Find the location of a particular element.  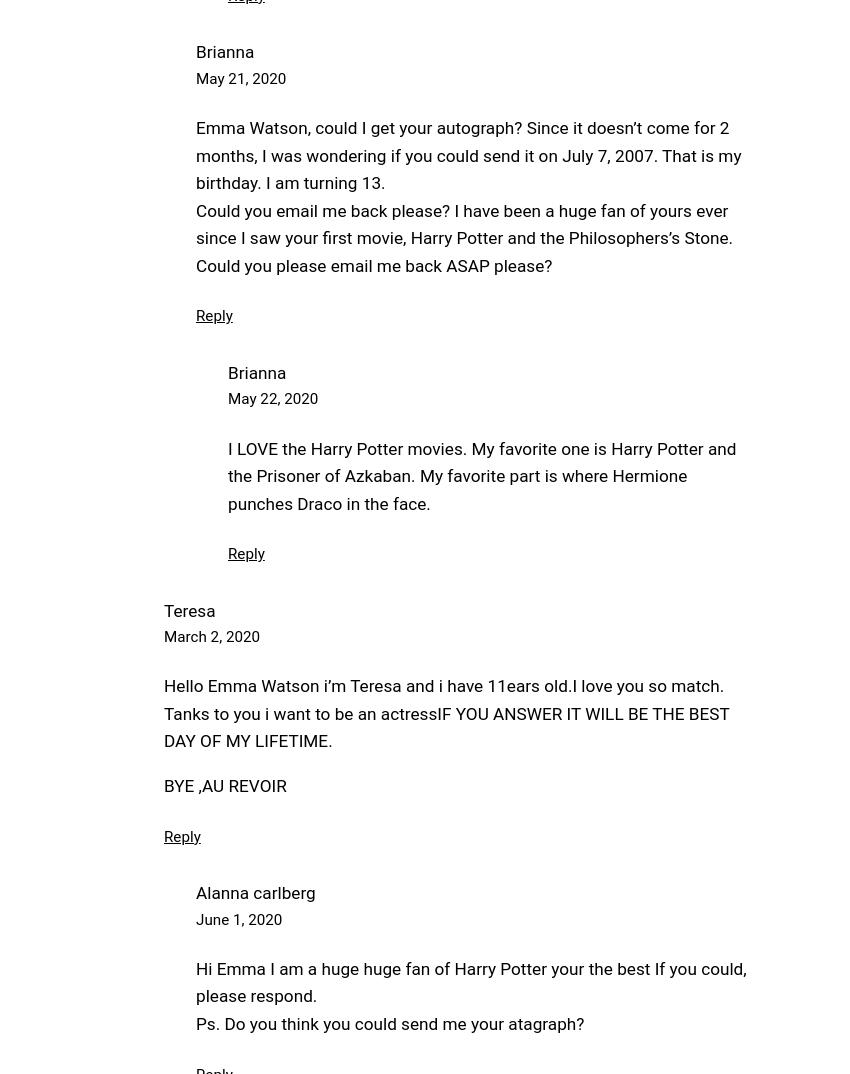

'Teresa' is located at coordinates (188, 610).